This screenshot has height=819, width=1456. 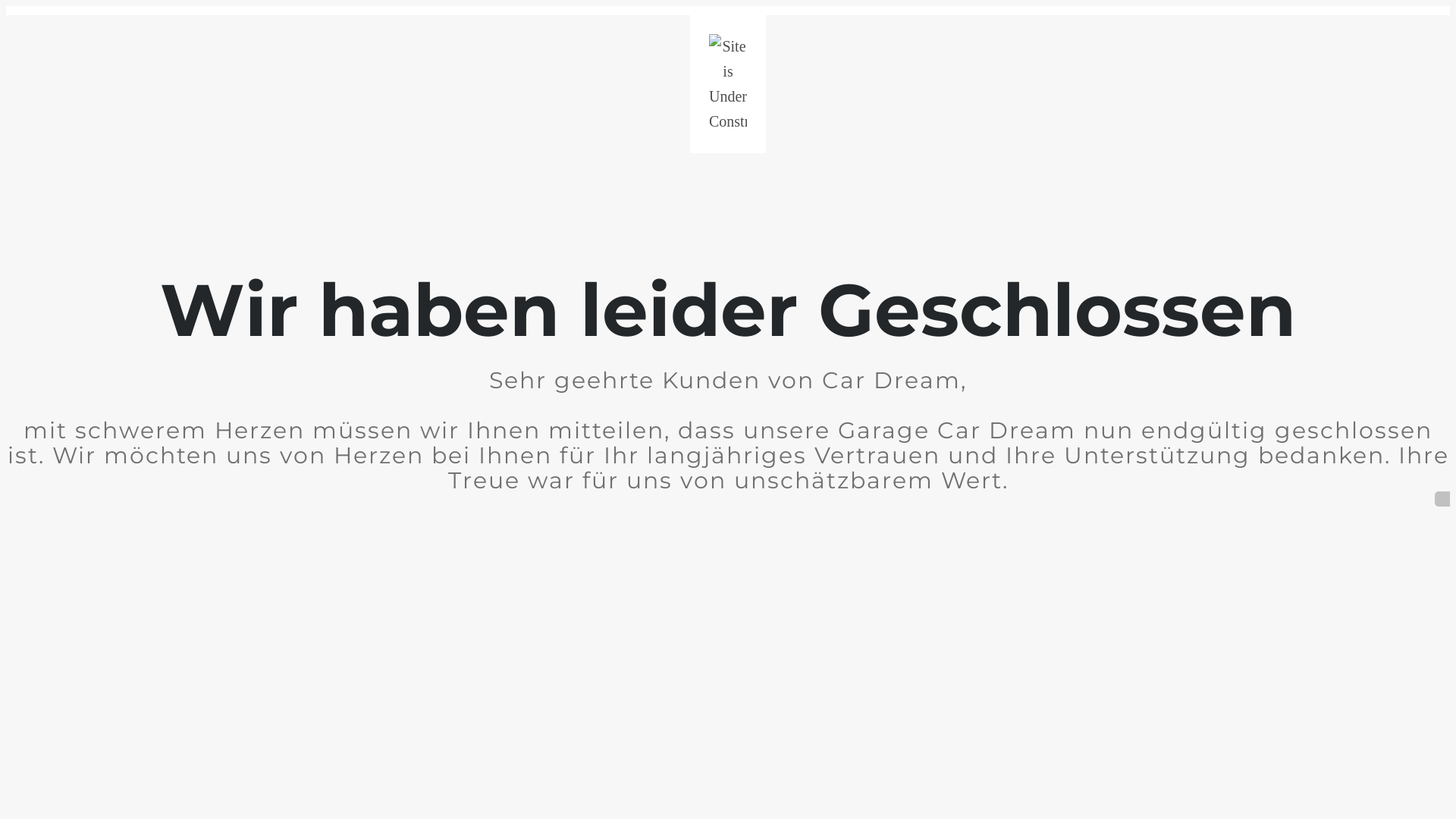 What do you see at coordinates (728, 84) in the screenshot?
I see `'Site is Under Construction'` at bounding box center [728, 84].